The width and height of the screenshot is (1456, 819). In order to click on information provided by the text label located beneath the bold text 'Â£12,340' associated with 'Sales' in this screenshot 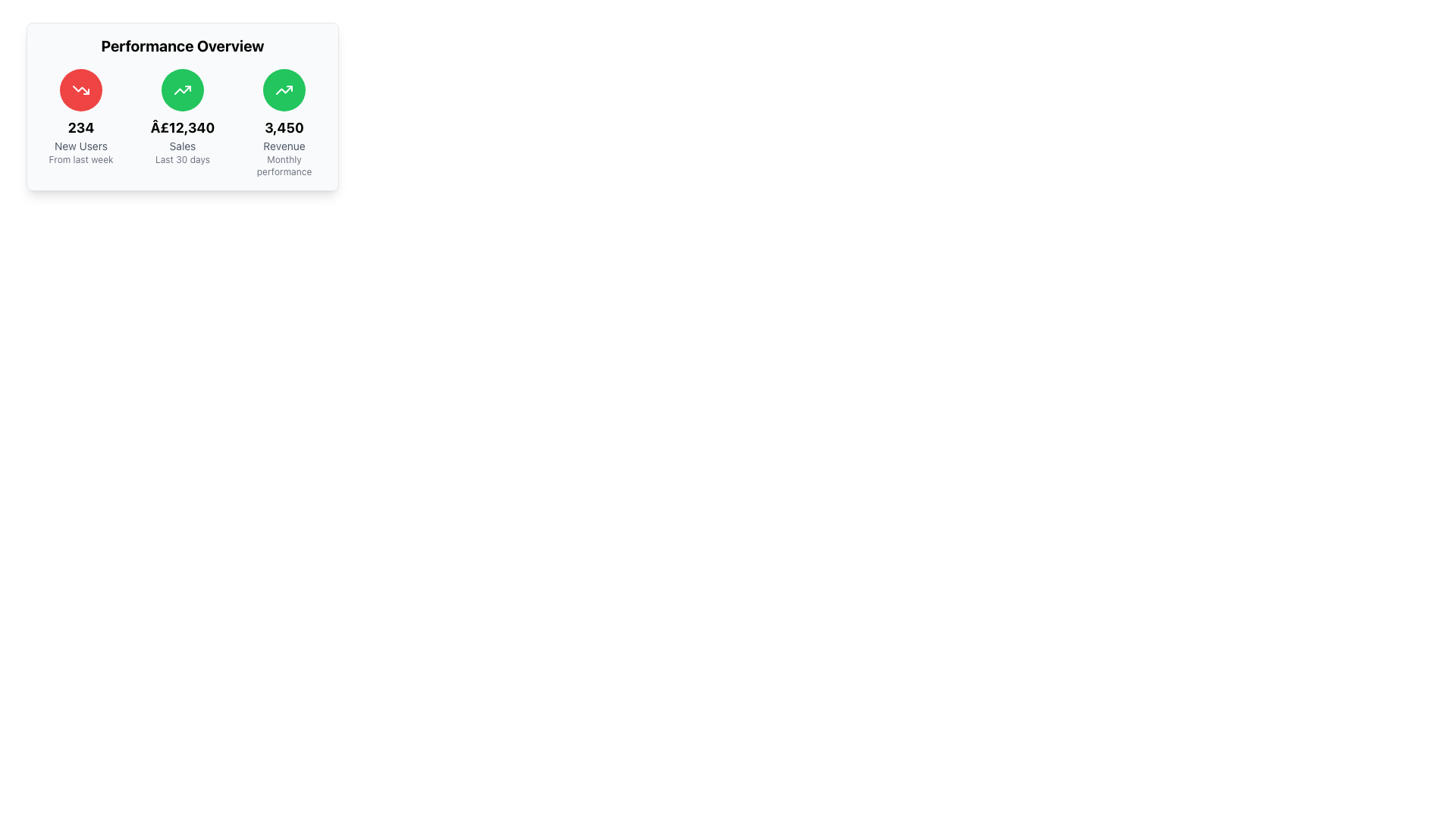, I will do `click(182, 160)`.